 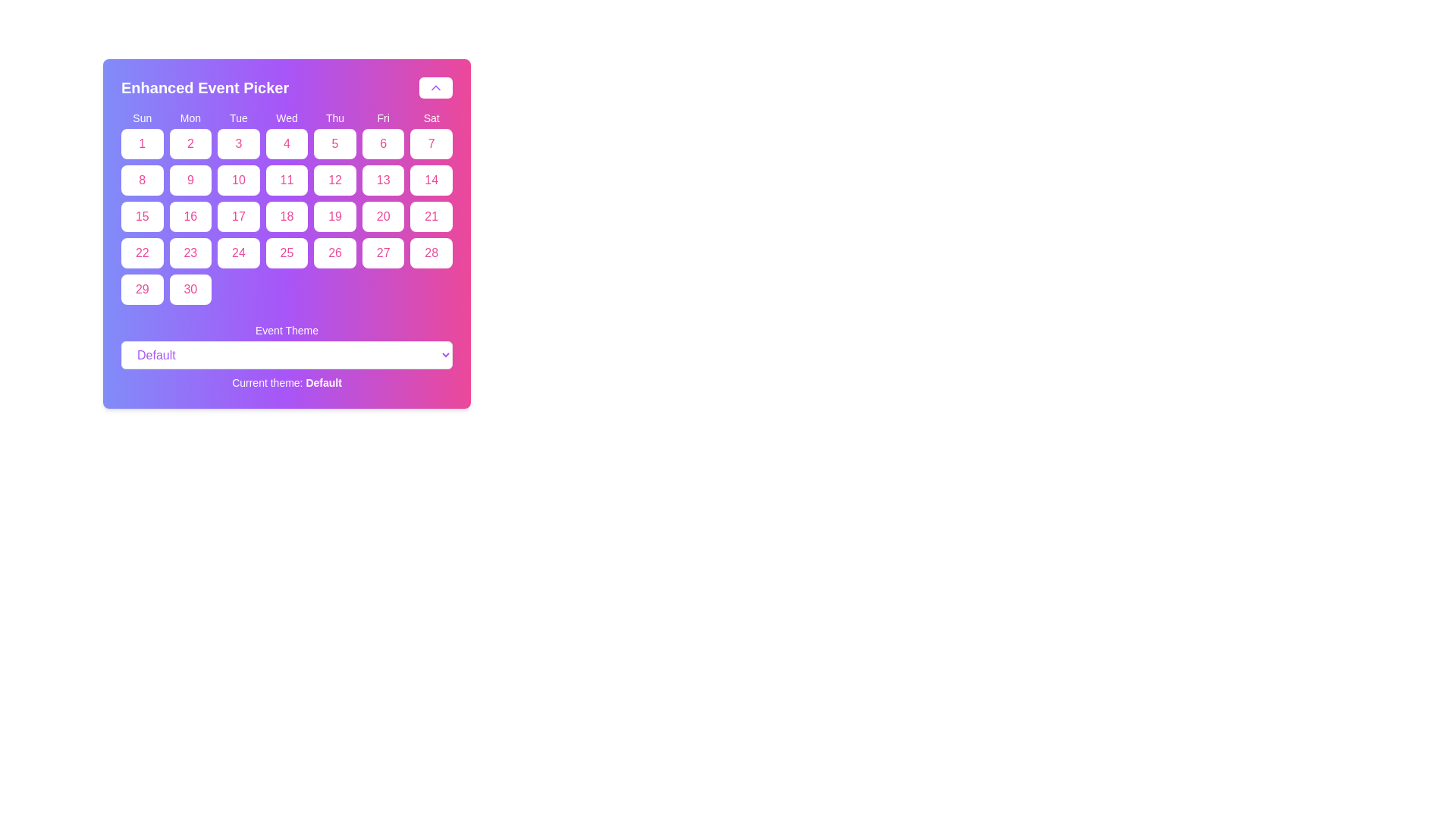 I want to click on the button representing the selectable day (13th) in the month view of the calendar, so click(x=383, y=180).